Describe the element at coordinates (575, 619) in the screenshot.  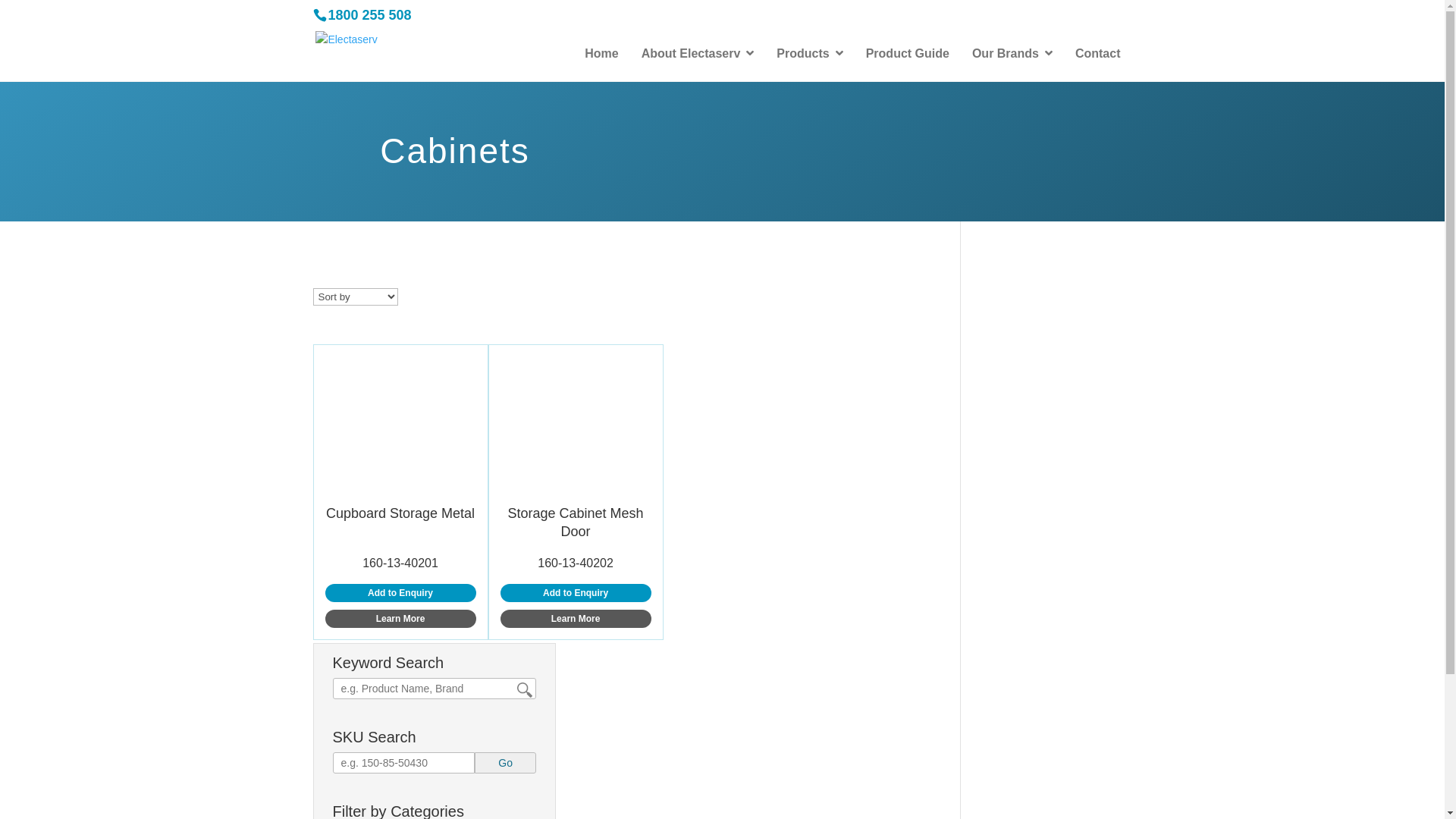
I see `'Learn More'` at that location.